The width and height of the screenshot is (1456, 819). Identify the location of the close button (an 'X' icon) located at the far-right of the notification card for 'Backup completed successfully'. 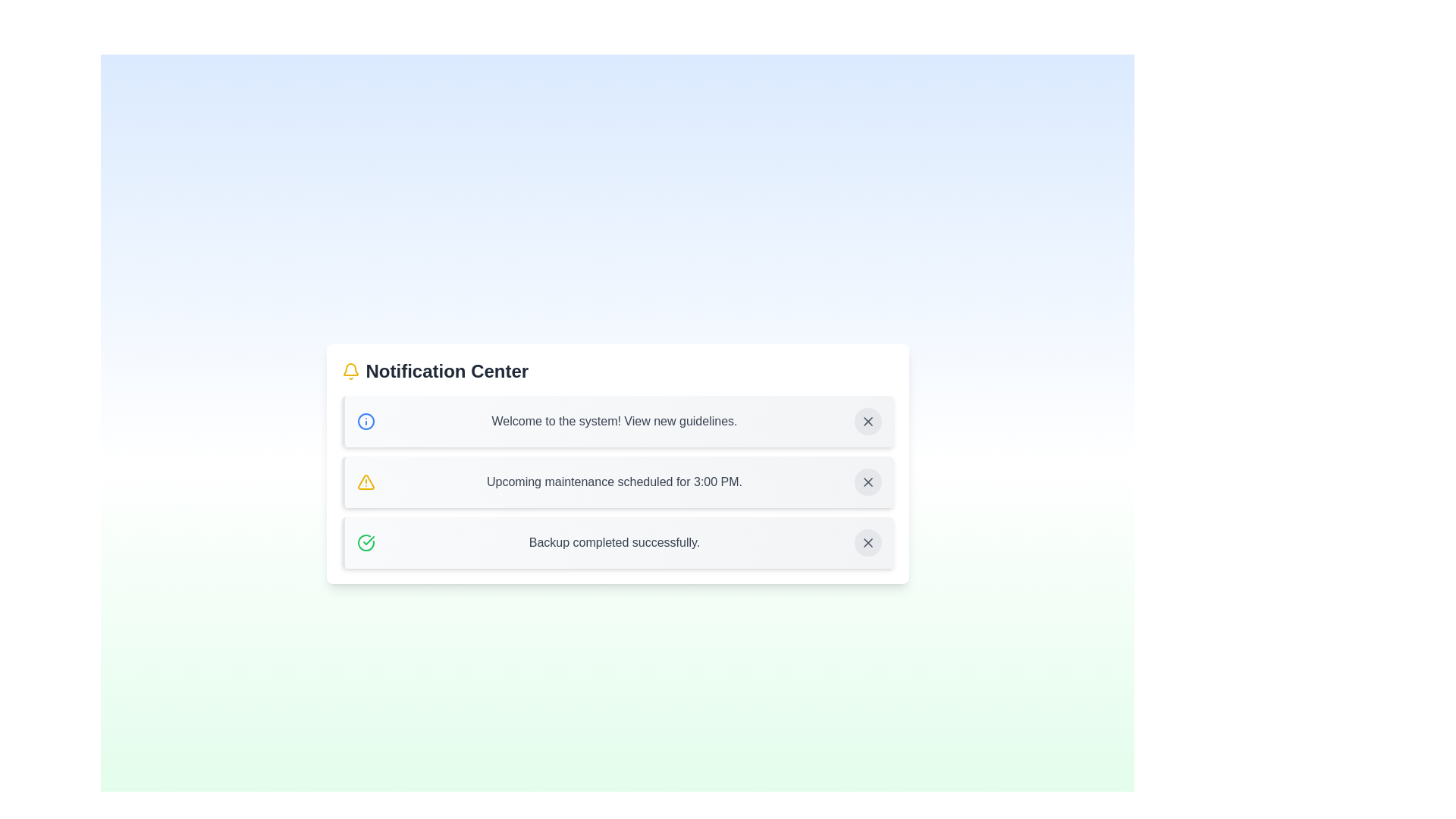
(868, 542).